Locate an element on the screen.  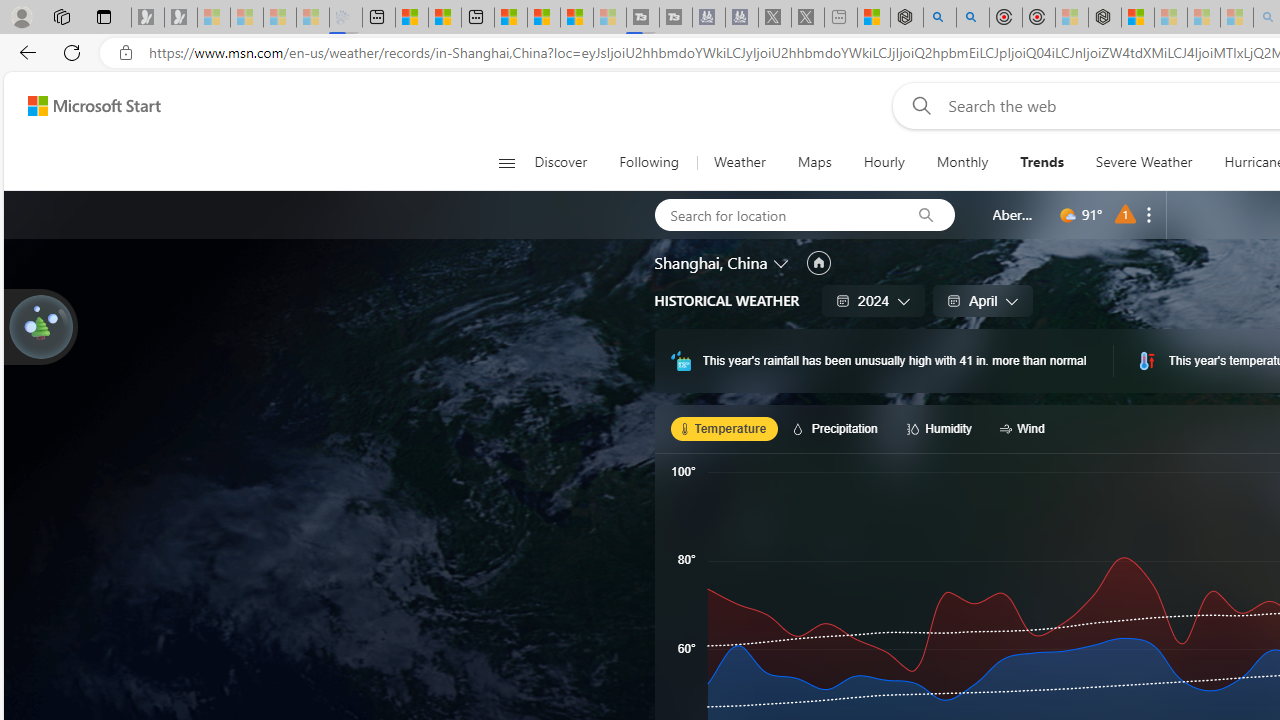
'Trends' is located at coordinates (1040, 162).